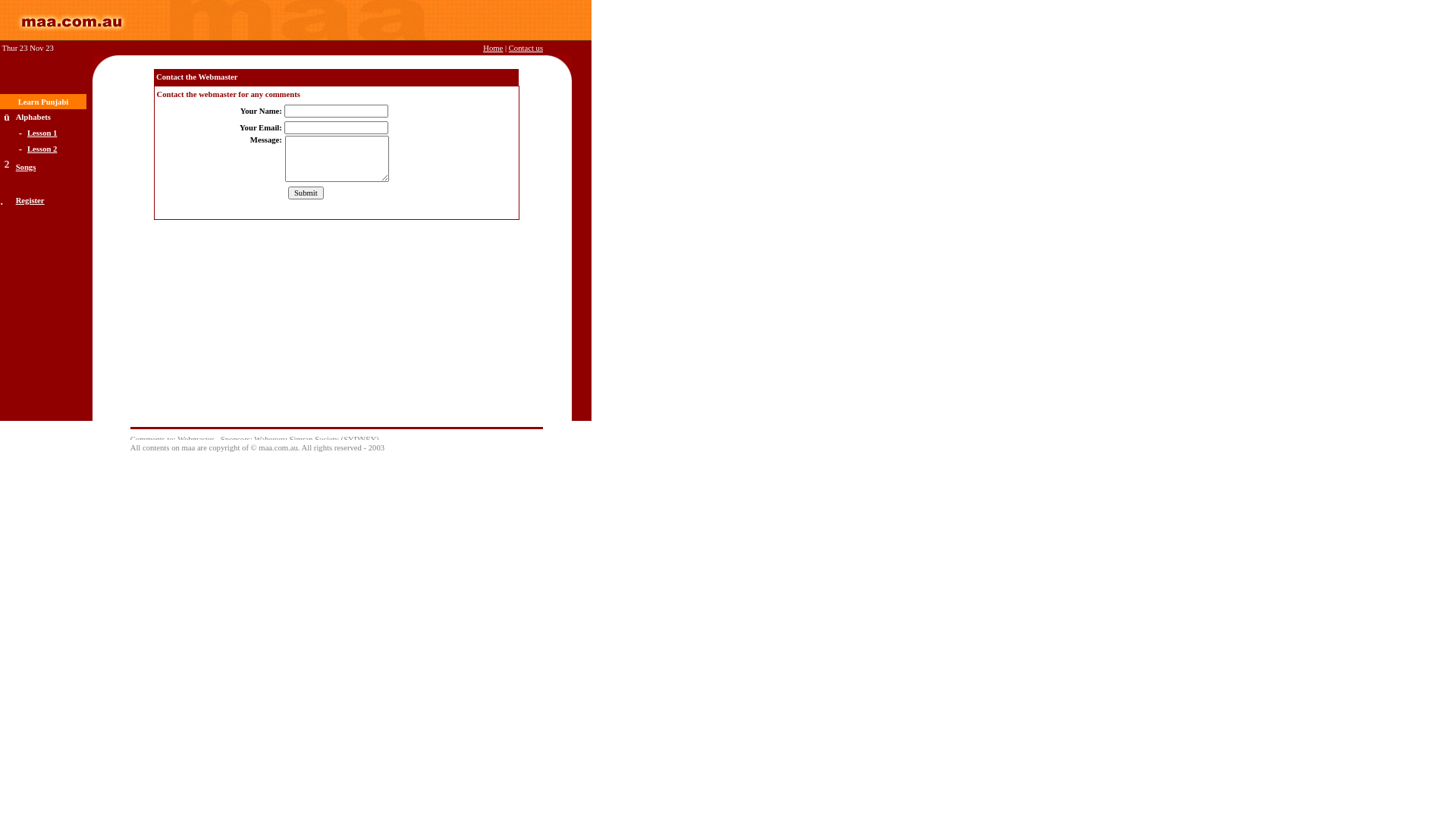 The width and height of the screenshot is (1456, 819). Describe the element at coordinates (492, 47) in the screenshot. I see `'Home'` at that location.